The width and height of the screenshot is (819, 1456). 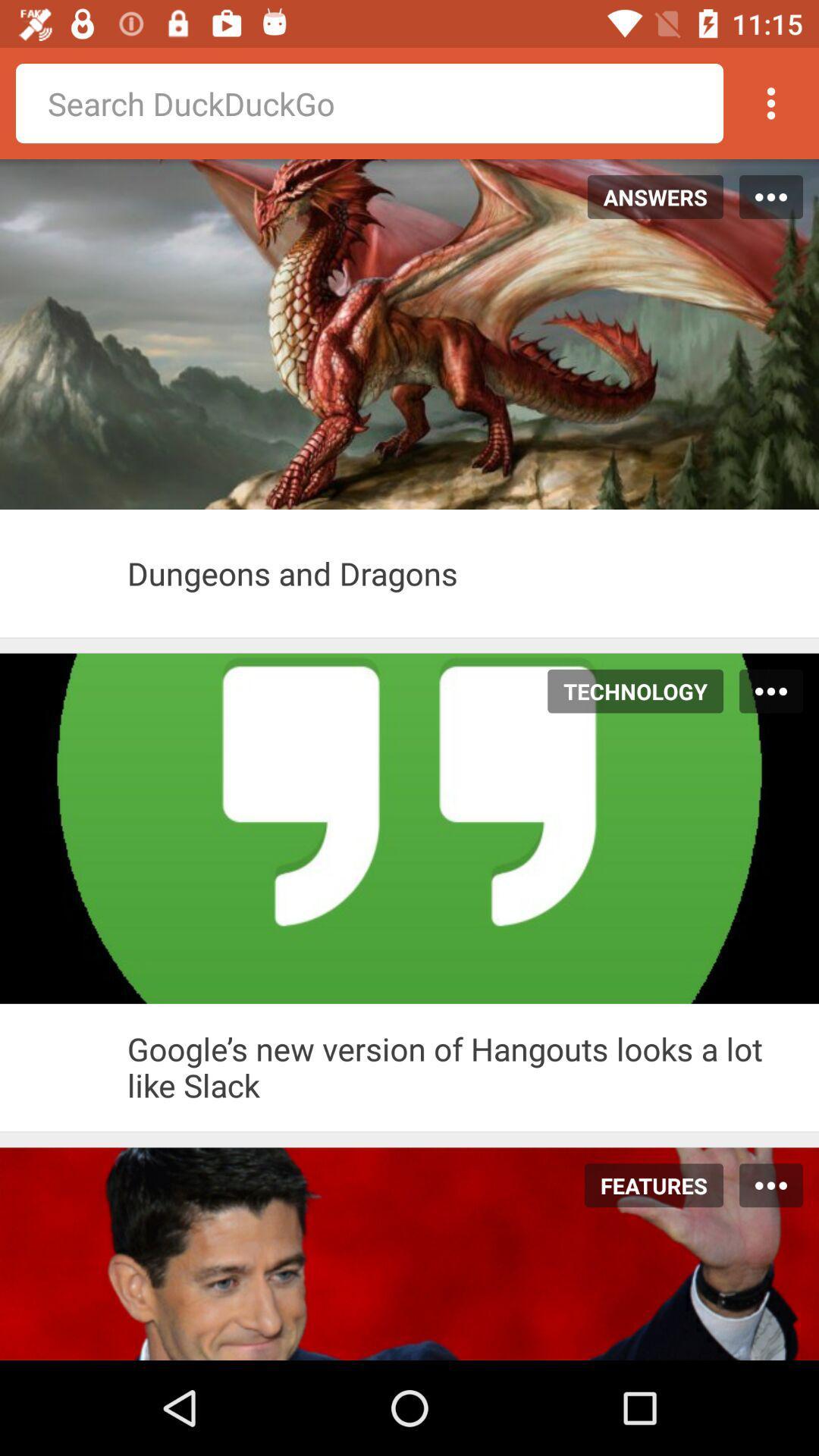 What do you see at coordinates (63, 1066) in the screenshot?
I see `check option` at bounding box center [63, 1066].